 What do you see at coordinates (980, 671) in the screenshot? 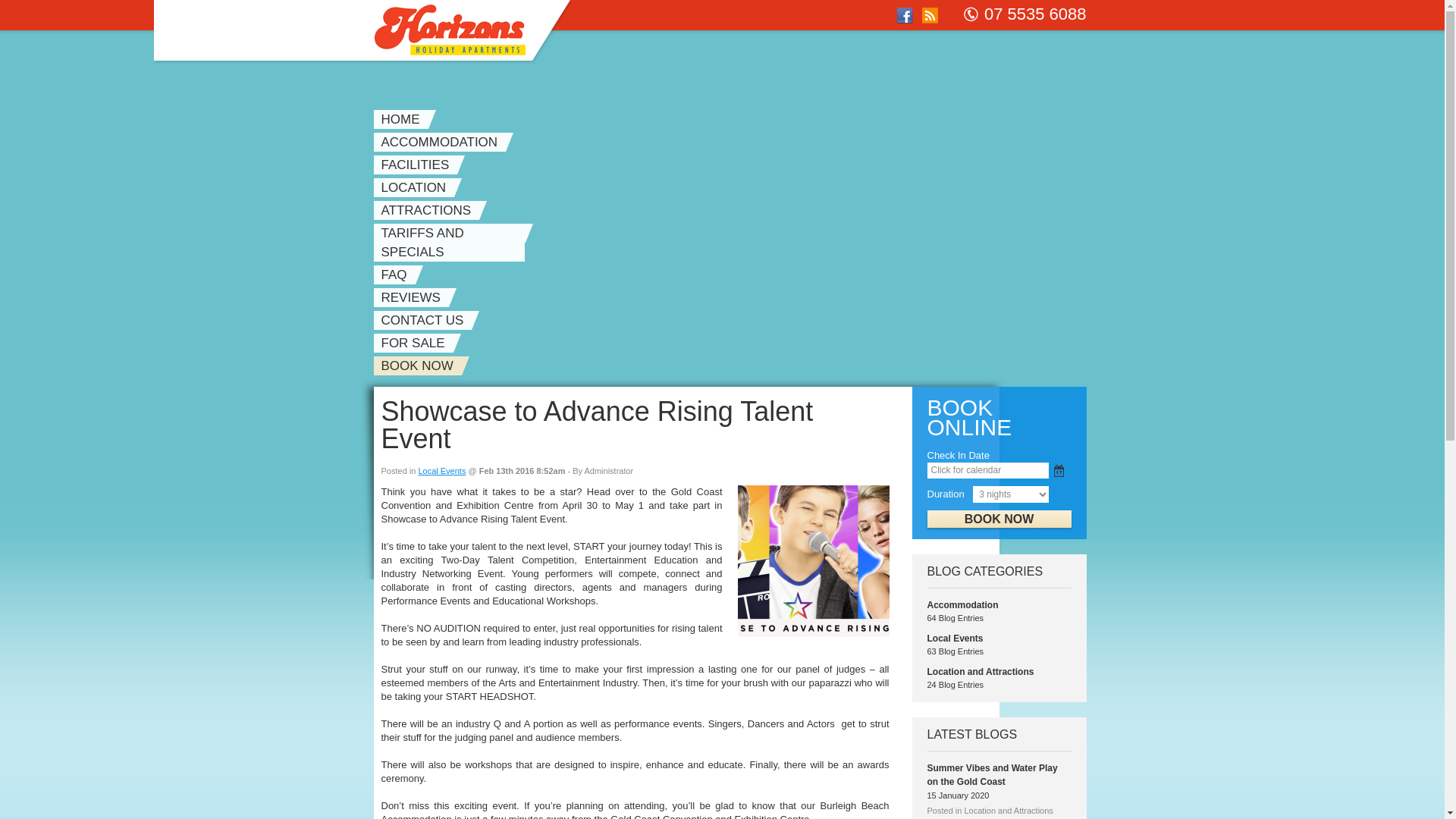
I see `'Location and Attractions'` at bounding box center [980, 671].